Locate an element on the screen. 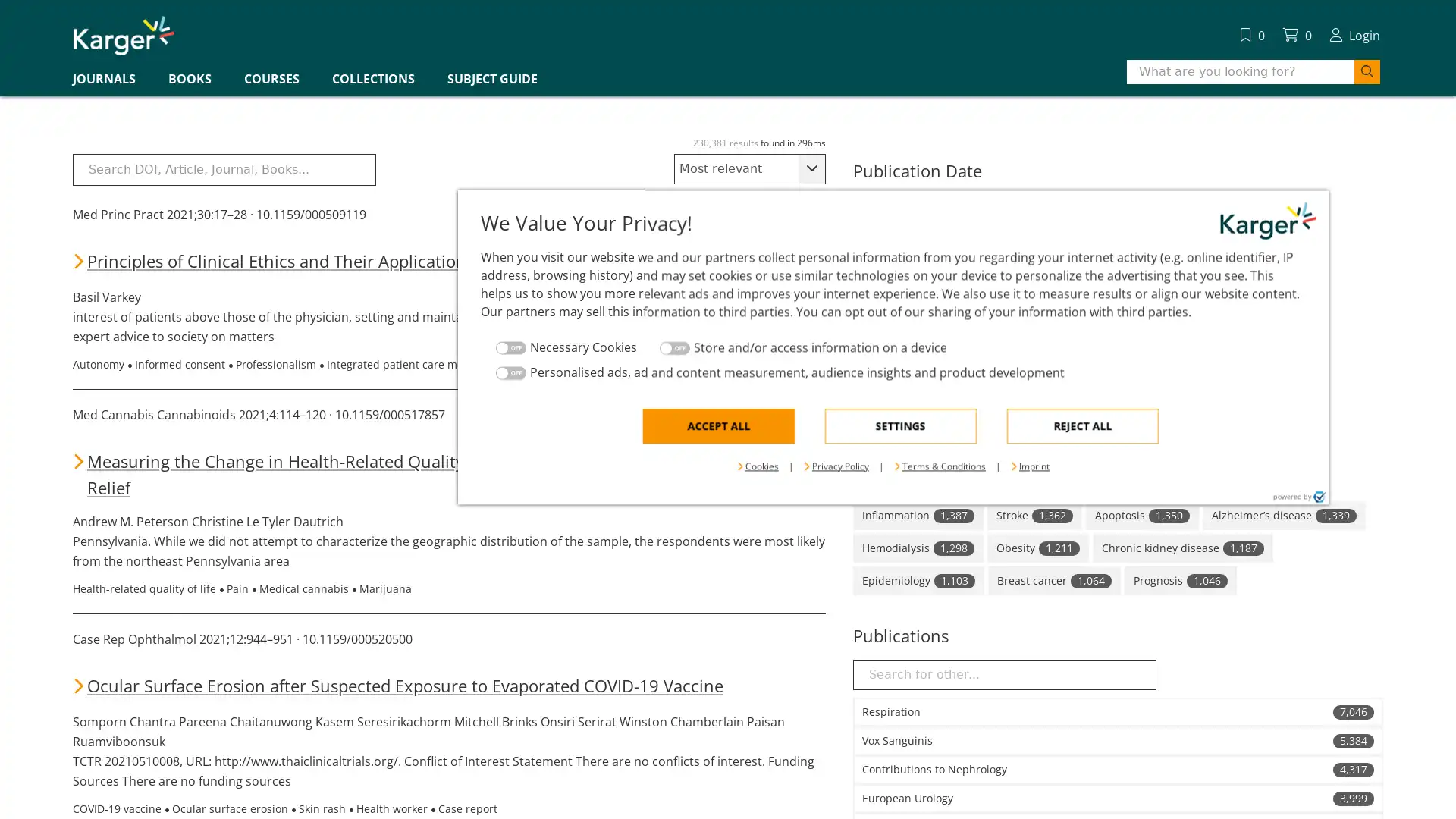 This screenshot has width=1456, height=819. SETTINGS is located at coordinates (735, 488).